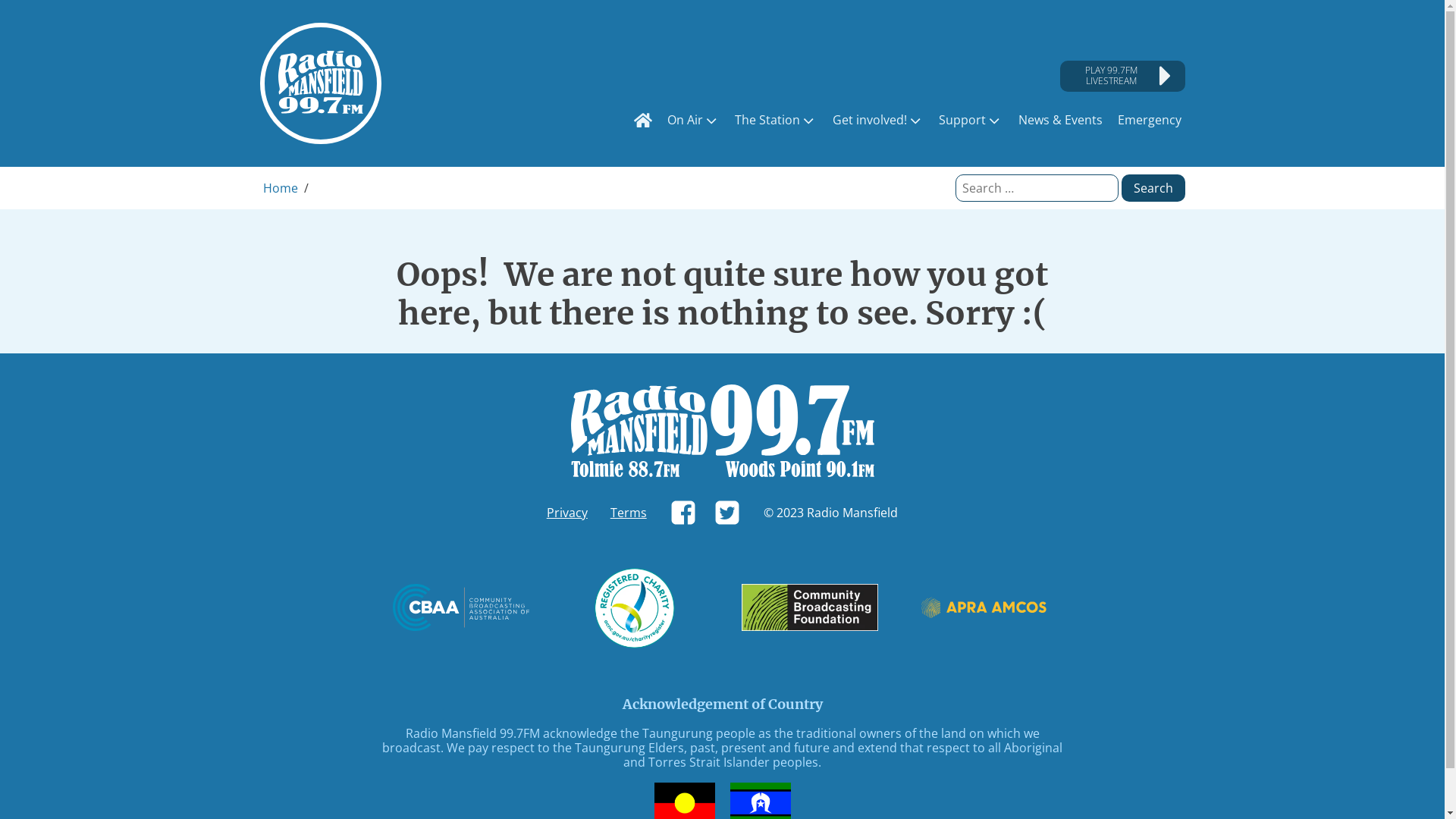  Describe the element at coordinates (971, 119) in the screenshot. I see `'Support'` at that location.